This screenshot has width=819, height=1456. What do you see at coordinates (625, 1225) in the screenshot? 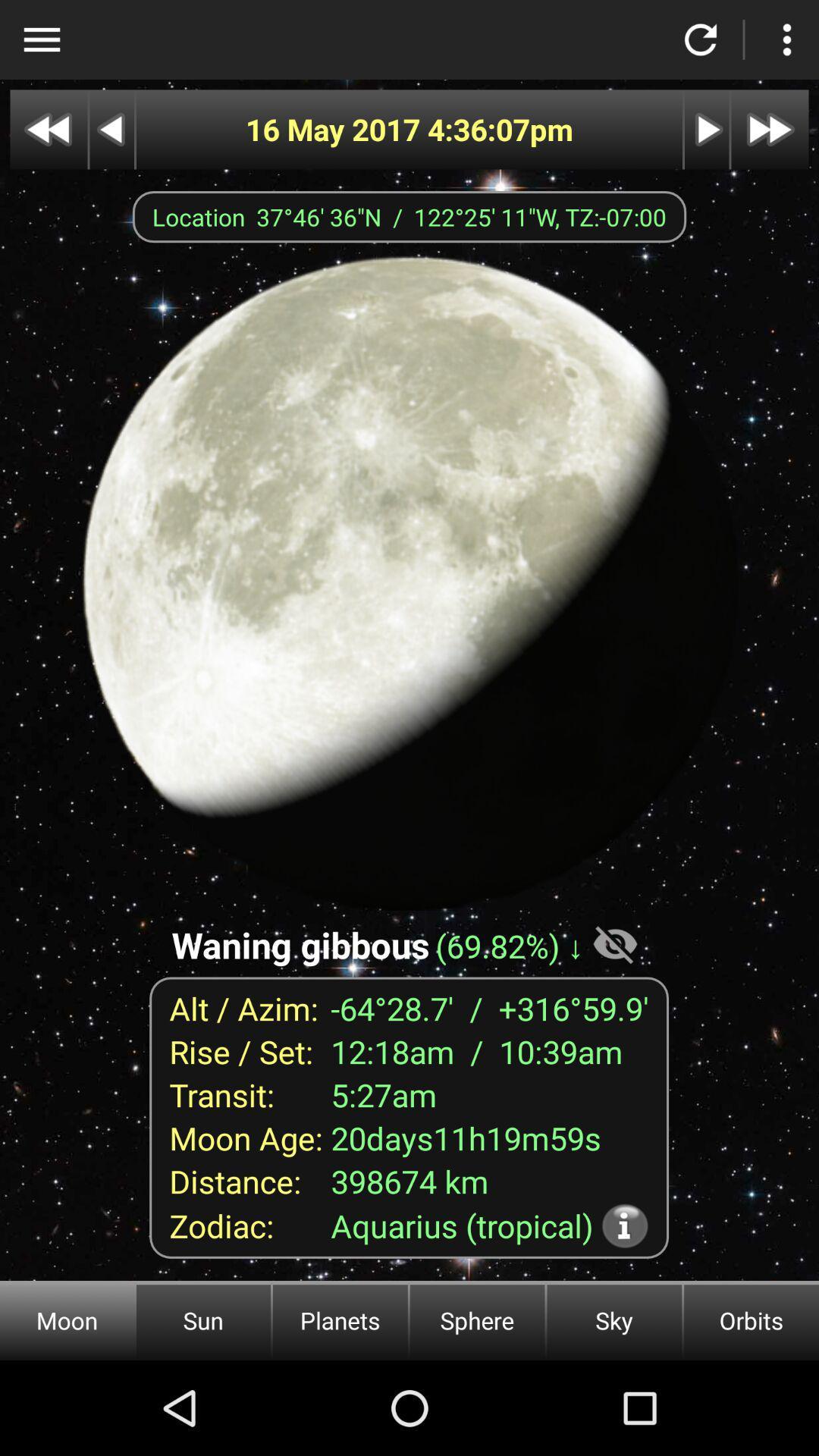
I see `show information` at bounding box center [625, 1225].